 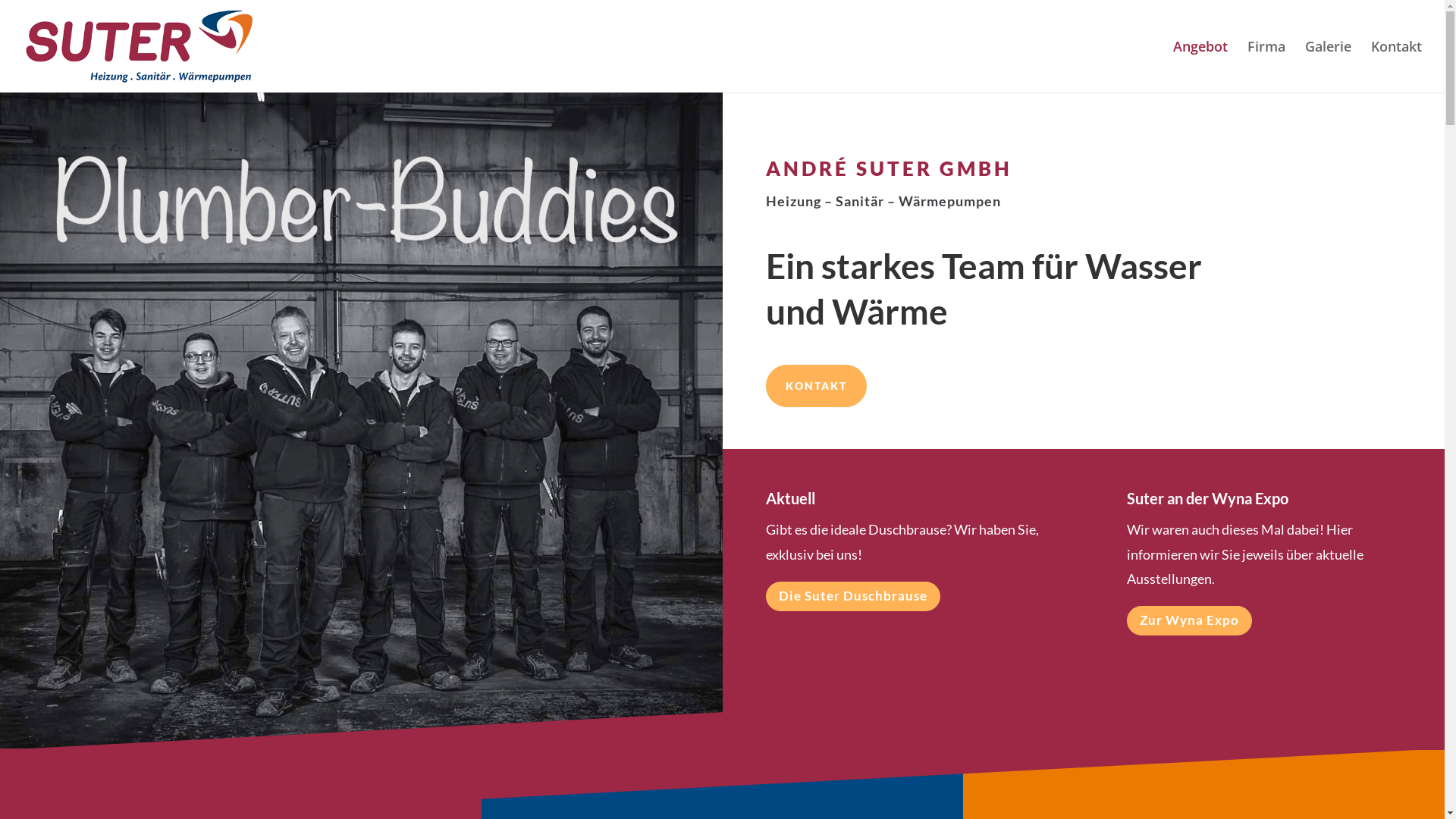 I want to click on 'Zur Wyna Expo', so click(x=1188, y=620).